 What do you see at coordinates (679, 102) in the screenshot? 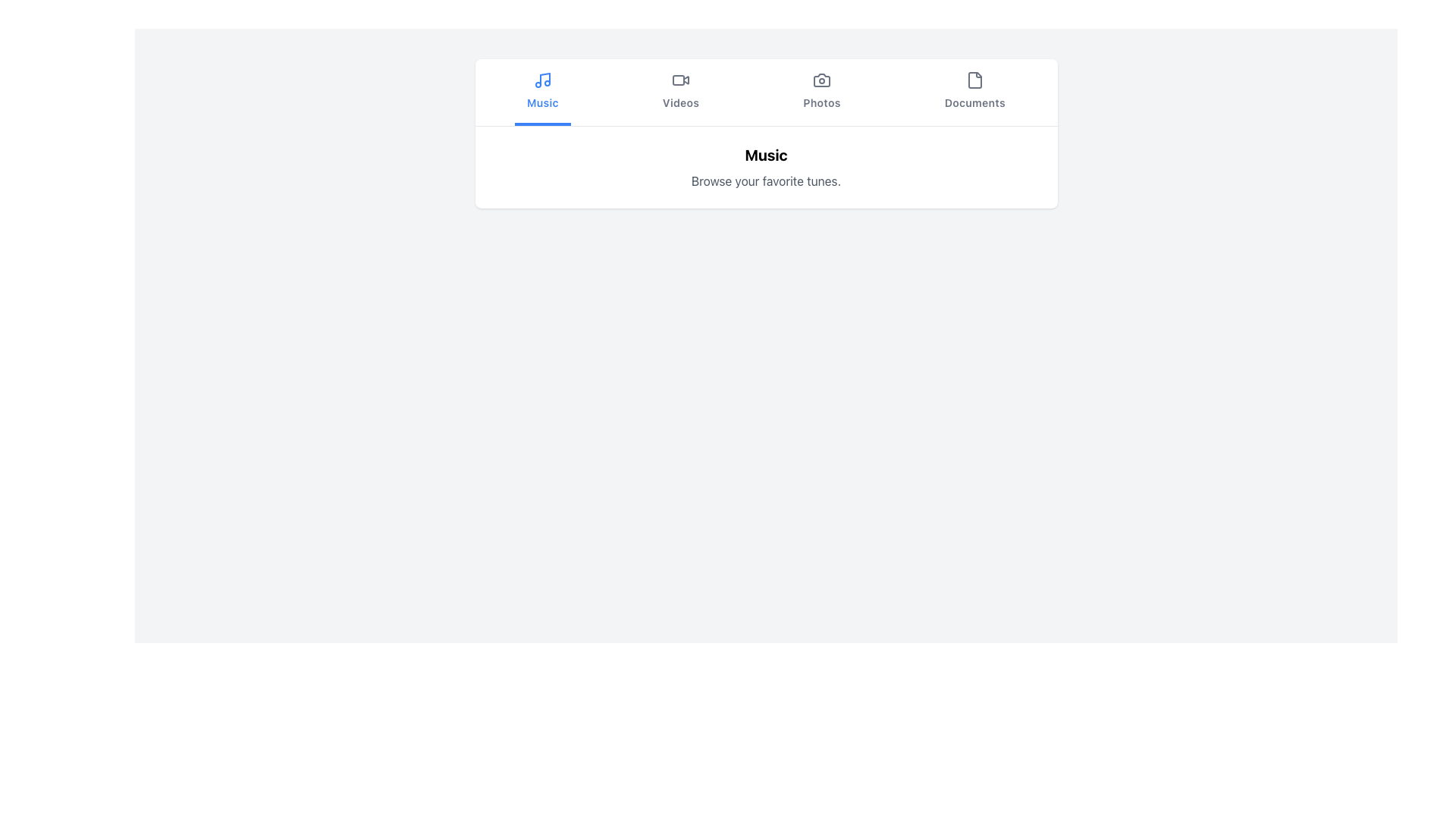
I see `'Videos' text label that indicates content related to videos, located below the video camera icon and positioned as the second label in a row of tabs at the top center of the page` at bounding box center [679, 102].